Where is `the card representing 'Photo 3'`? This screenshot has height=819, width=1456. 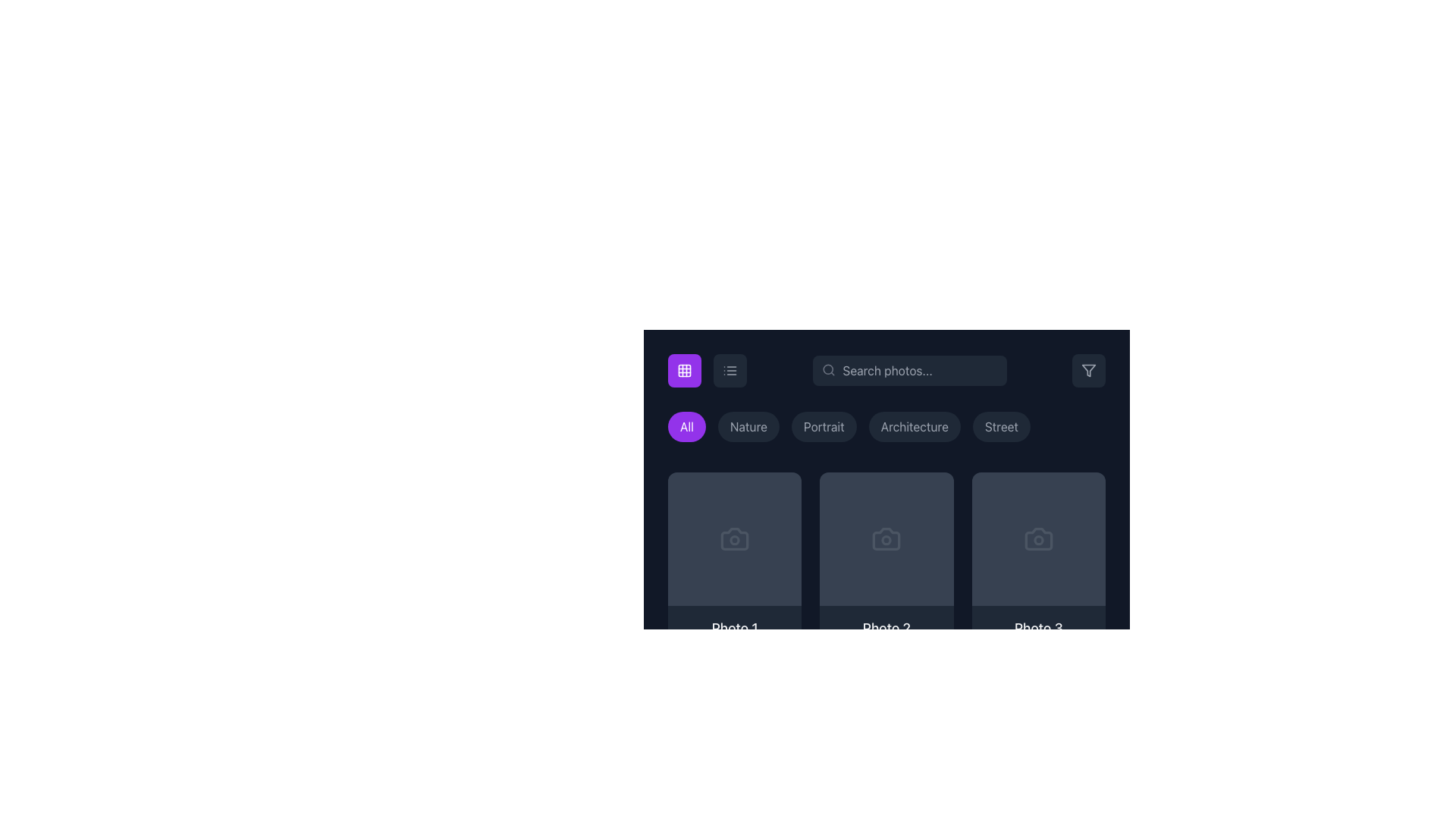 the card representing 'Photo 3' is located at coordinates (1037, 581).